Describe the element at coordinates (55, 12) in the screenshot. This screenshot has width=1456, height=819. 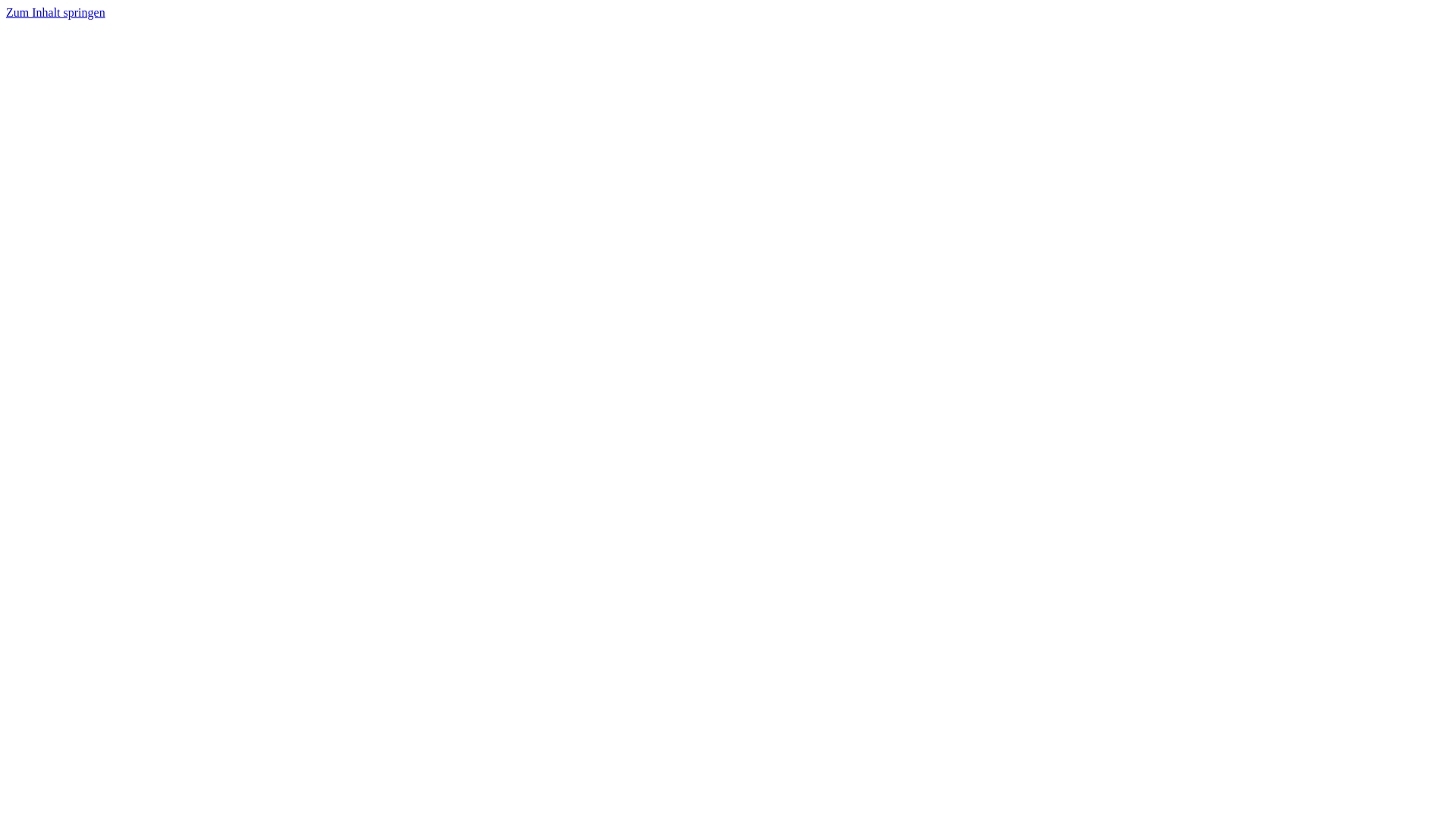
I see `'Zum Inhalt springen'` at that location.